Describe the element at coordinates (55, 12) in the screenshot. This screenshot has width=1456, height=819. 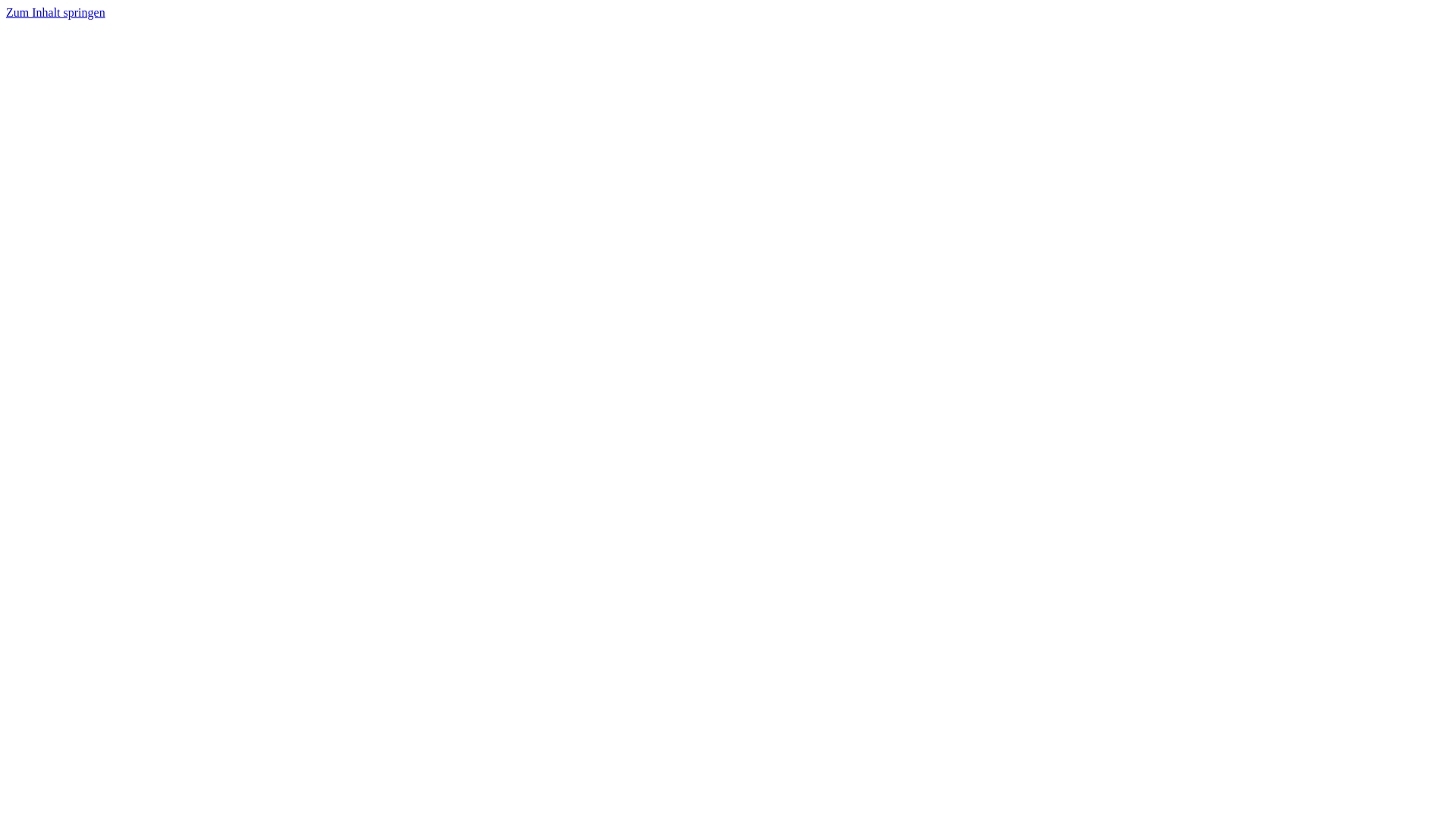
I see `'Zum Inhalt springen'` at that location.